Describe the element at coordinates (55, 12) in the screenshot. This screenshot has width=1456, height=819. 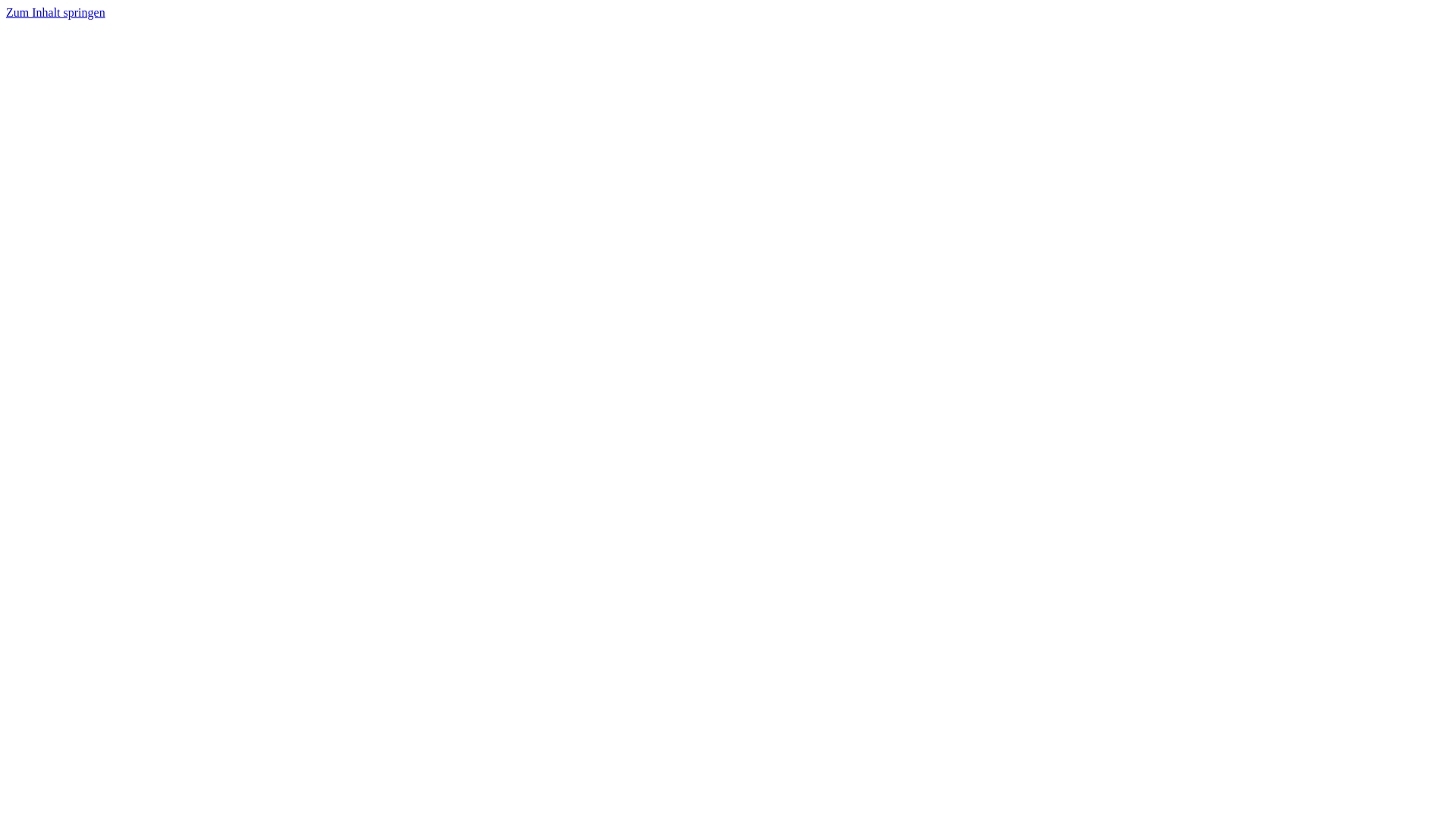
I see `'Zum Inhalt springen'` at that location.